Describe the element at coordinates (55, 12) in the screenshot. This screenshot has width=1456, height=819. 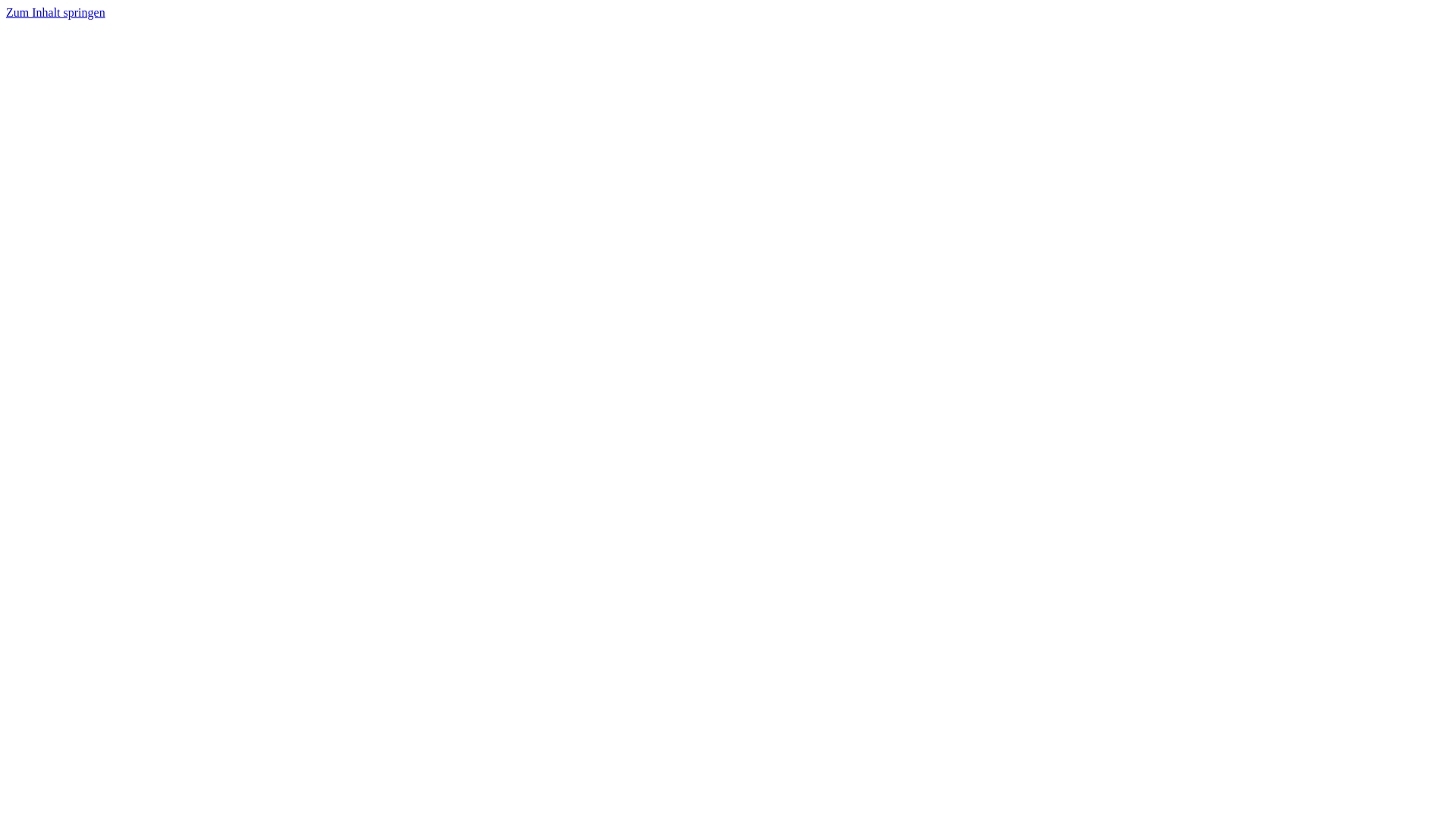
I see `'Zum Inhalt springen'` at that location.